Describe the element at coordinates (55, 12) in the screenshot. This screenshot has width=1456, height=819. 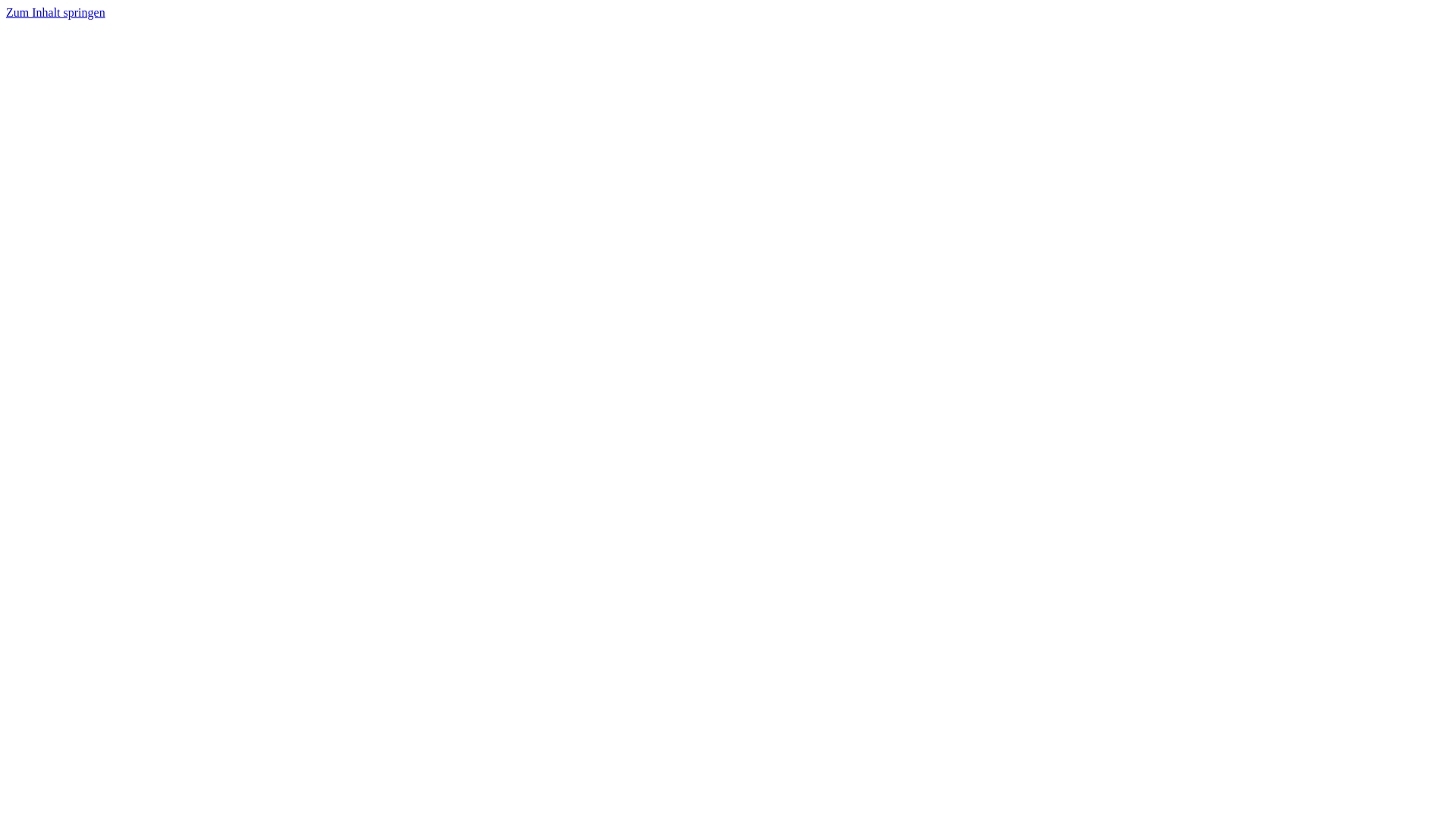
I see `'Zum Inhalt springen'` at that location.